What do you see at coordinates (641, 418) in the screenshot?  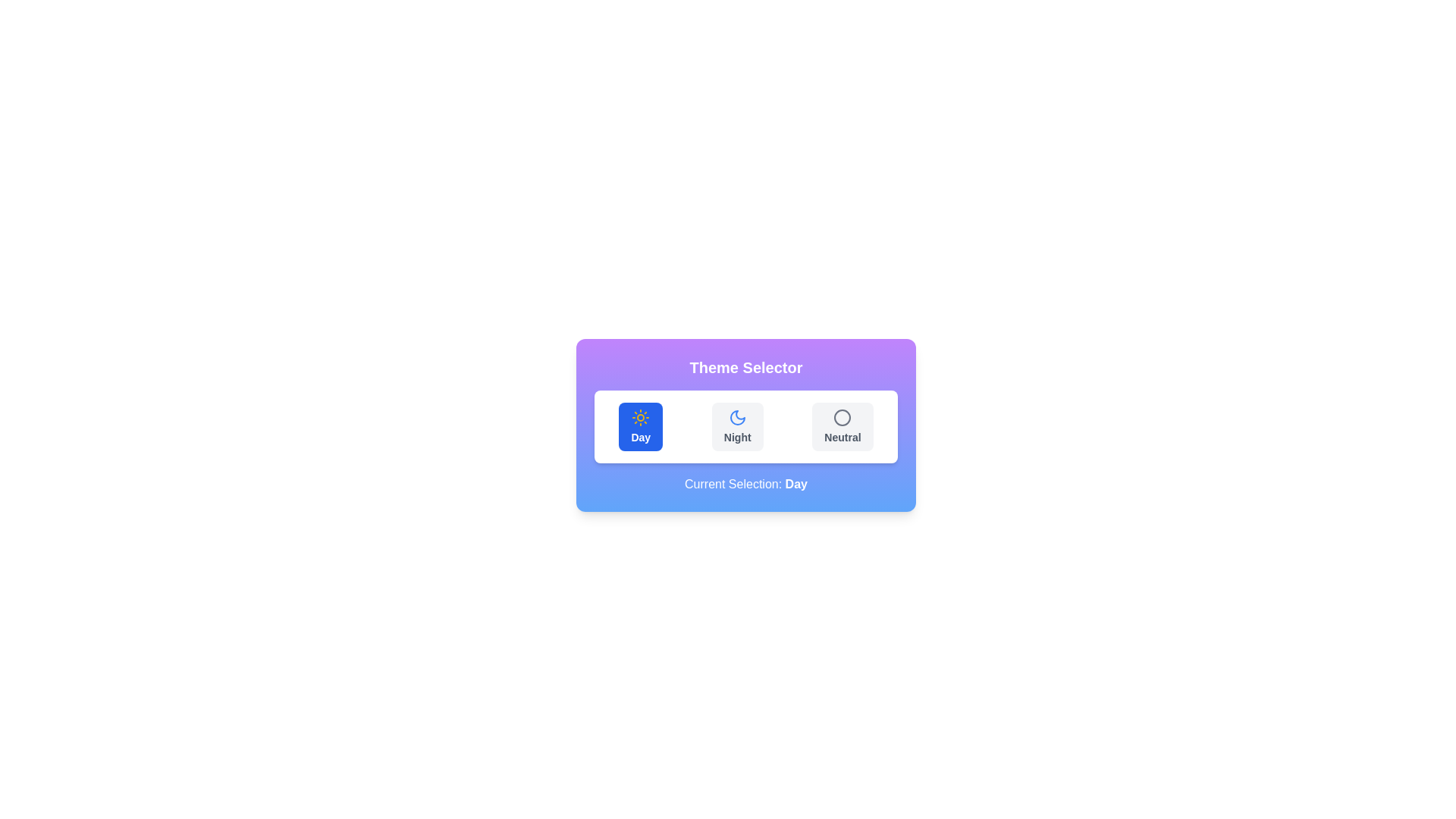 I see `the 'Day' theme icon in the 'Theme Selector' widget, which is the leftmost option in a horizontal layout of three options` at bounding box center [641, 418].